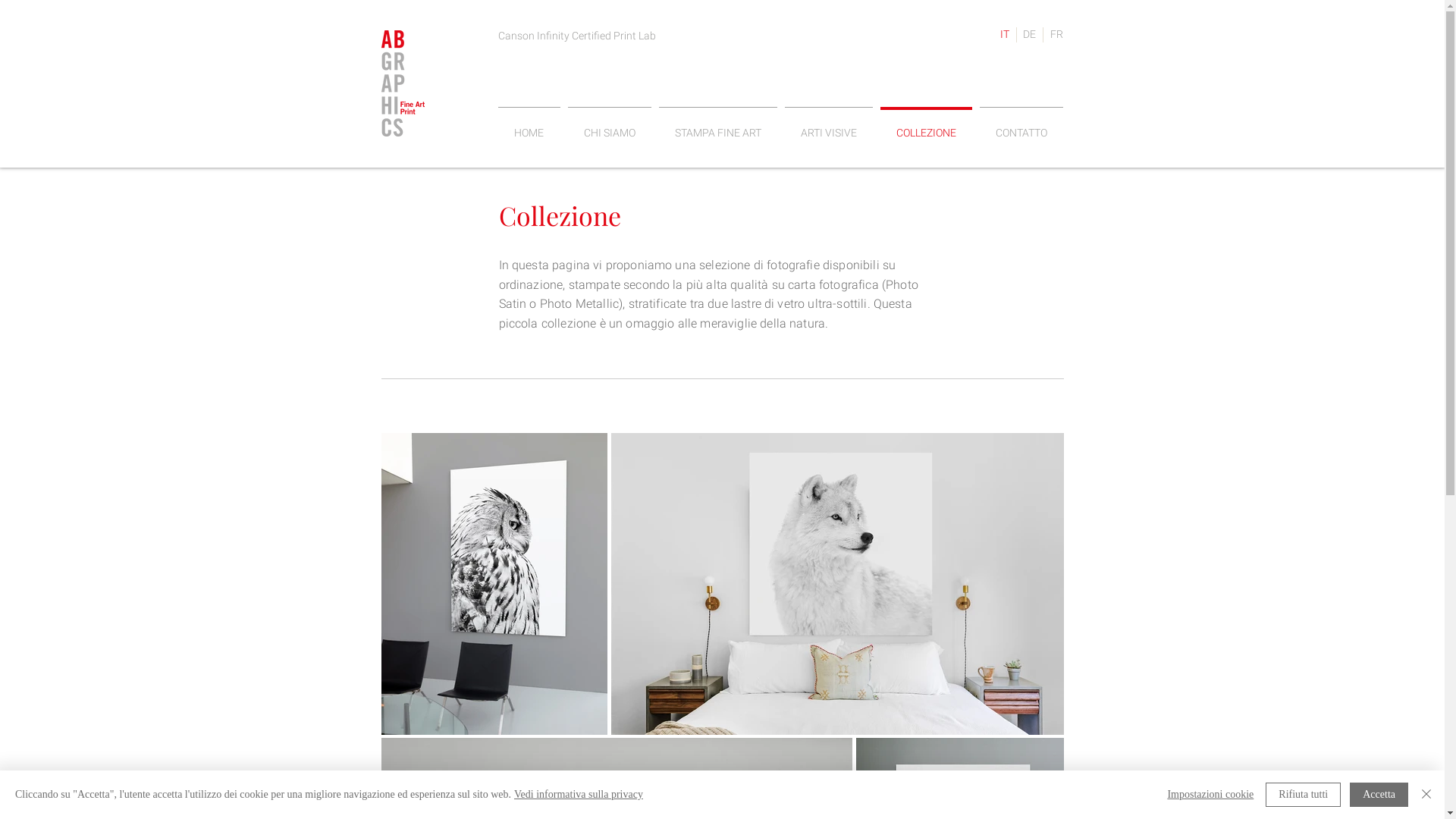  What do you see at coordinates (925, 124) in the screenshot?
I see `'COLLEZIONE'` at bounding box center [925, 124].